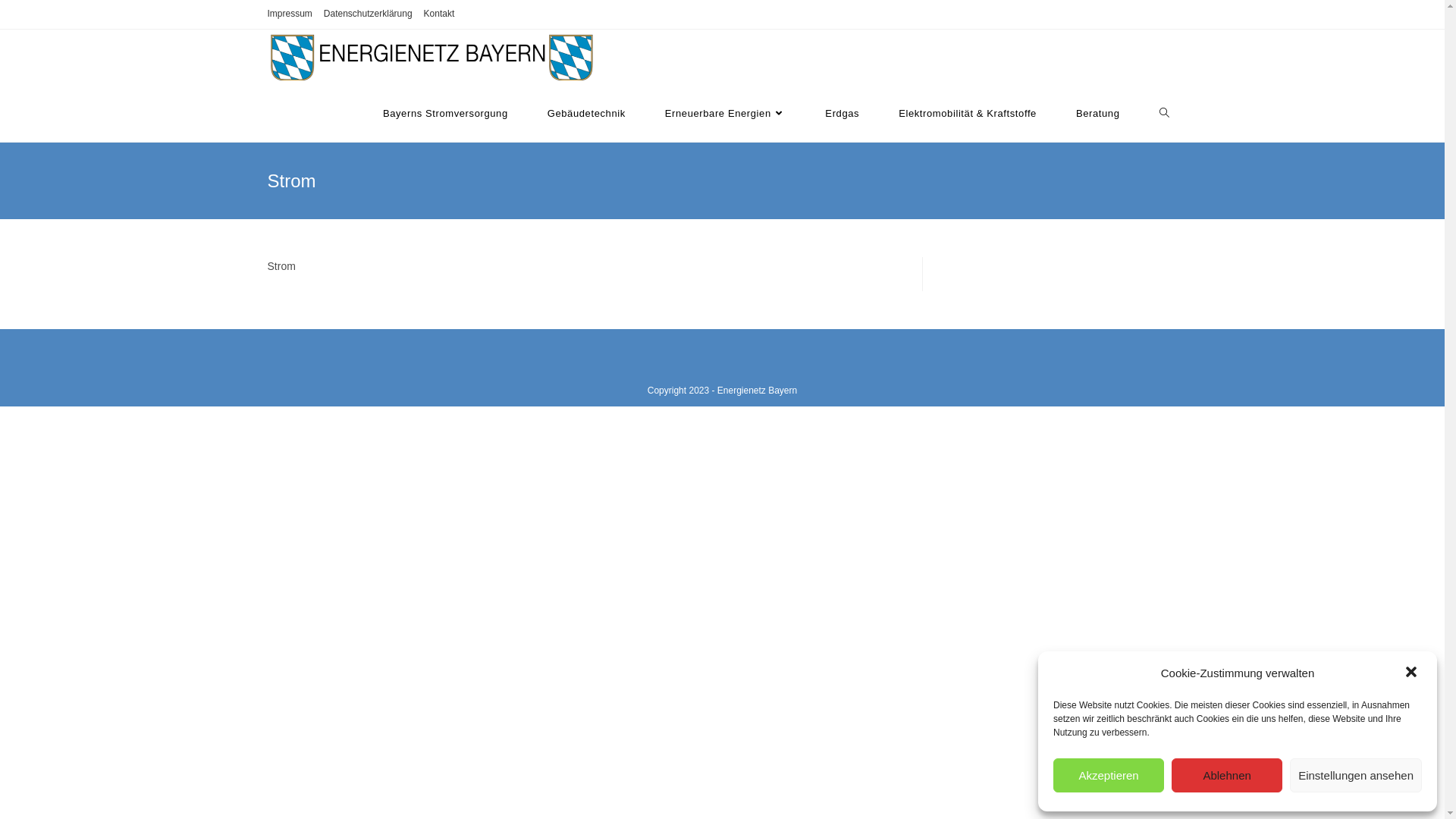  Describe the element at coordinates (1098, 113) in the screenshot. I see `'Beratung'` at that location.